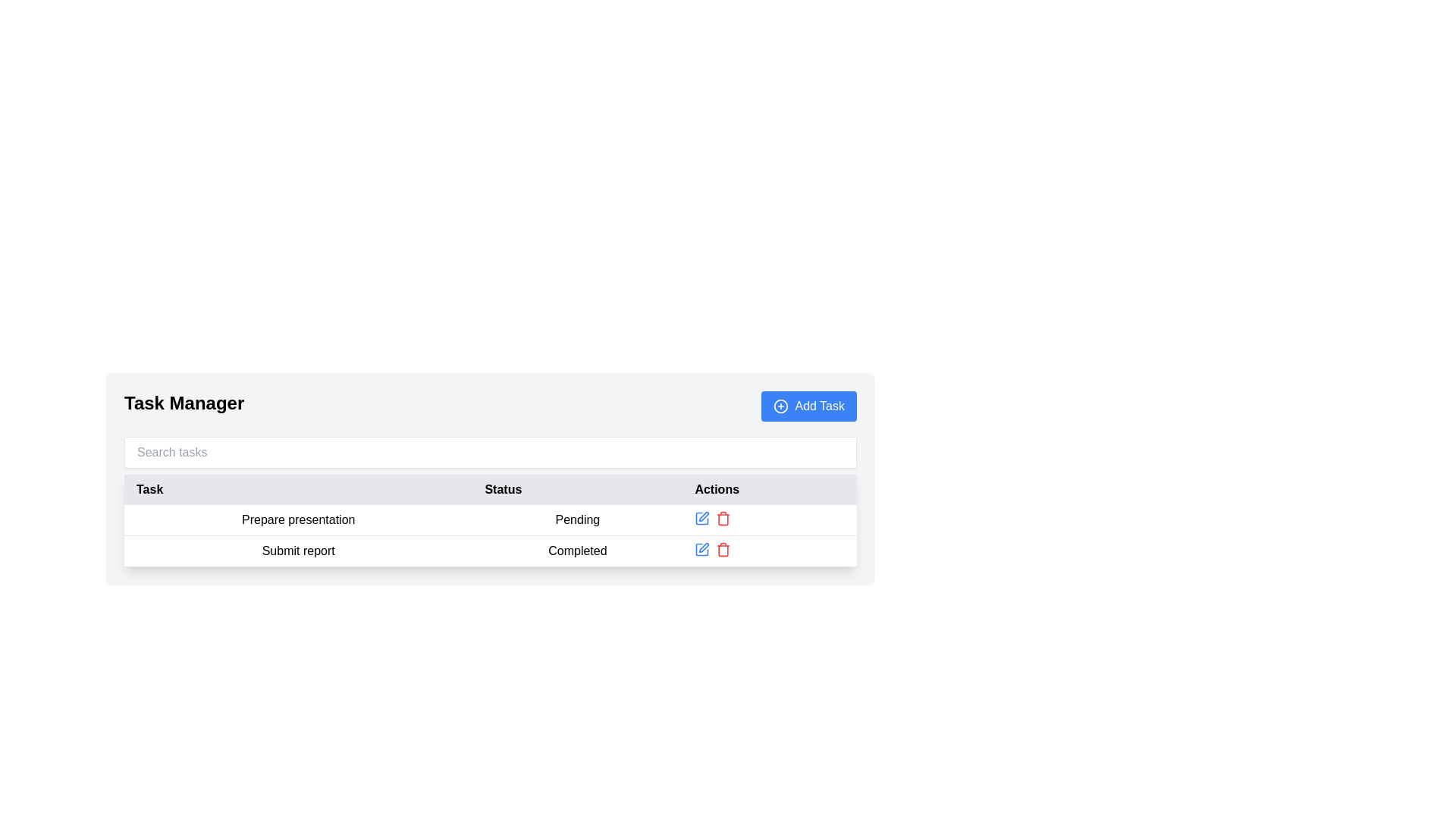 Image resolution: width=1456 pixels, height=819 pixels. What do you see at coordinates (491, 551) in the screenshot?
I see `the task entry in the second row of the table that displays its status as 'Completed'` at bounding box center [491, 551].